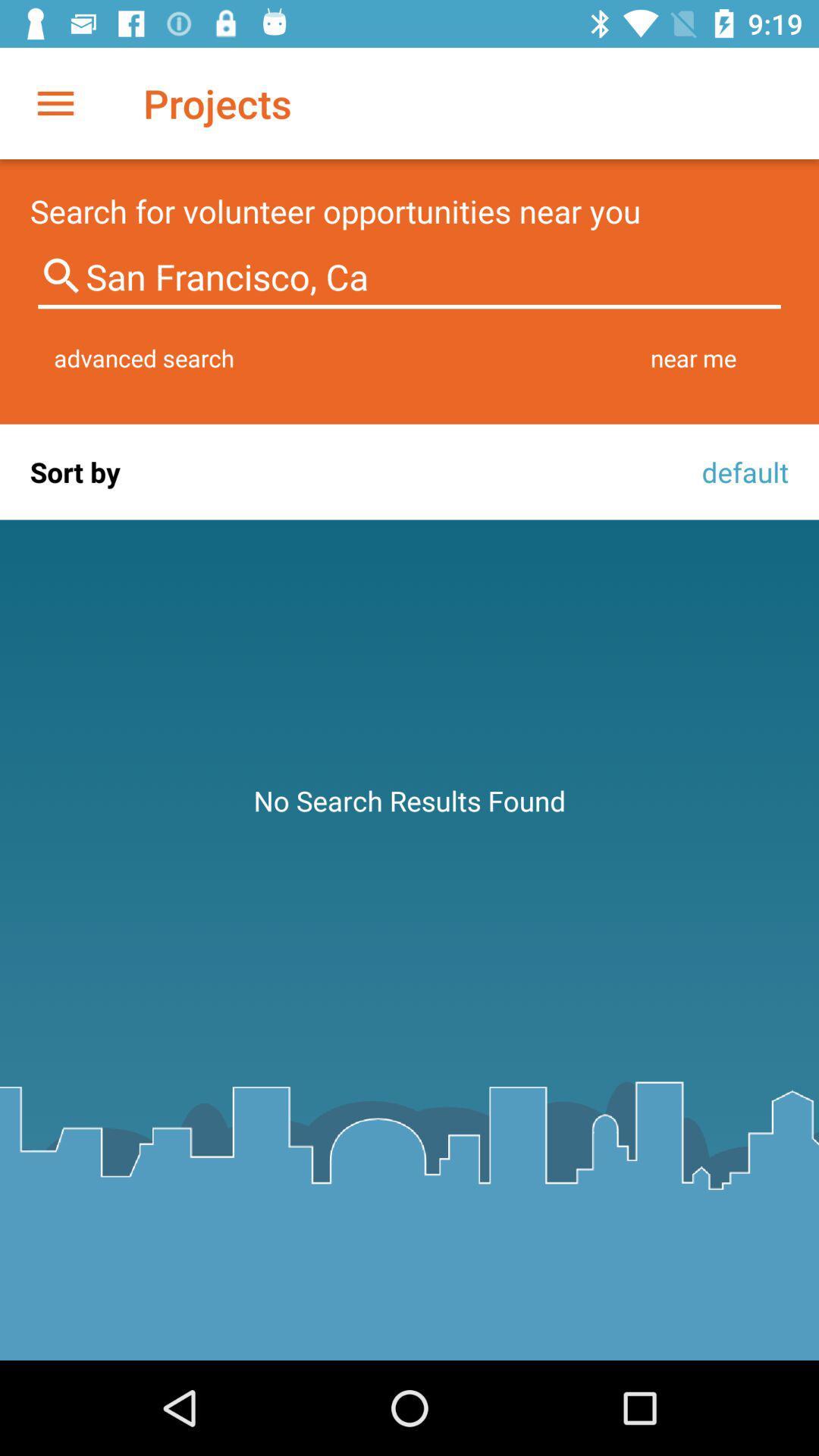  I want to click on item next to the advanced search, so click(693, 357).